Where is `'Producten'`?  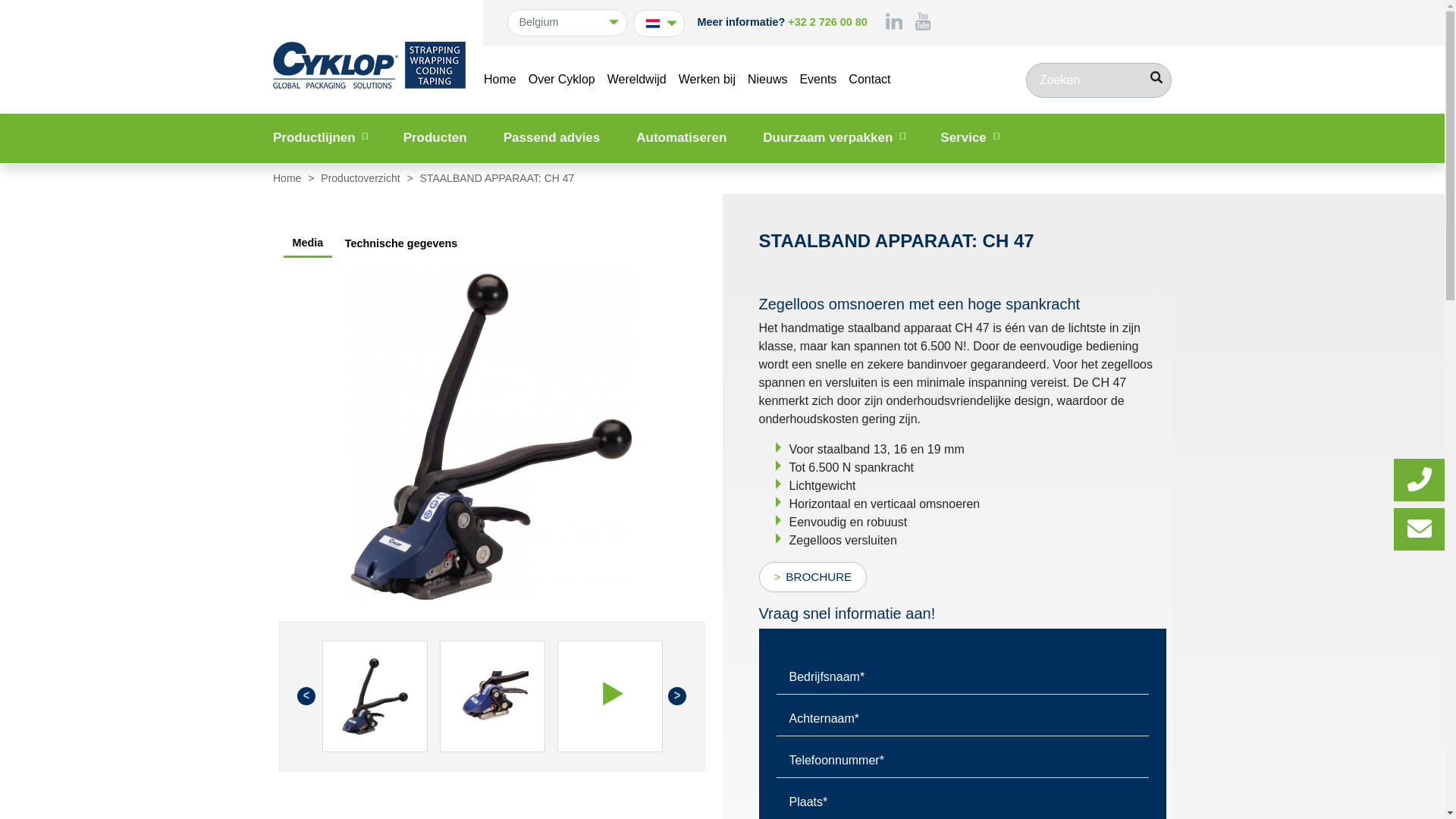 'Producten' is located at coordinates (435, 137).